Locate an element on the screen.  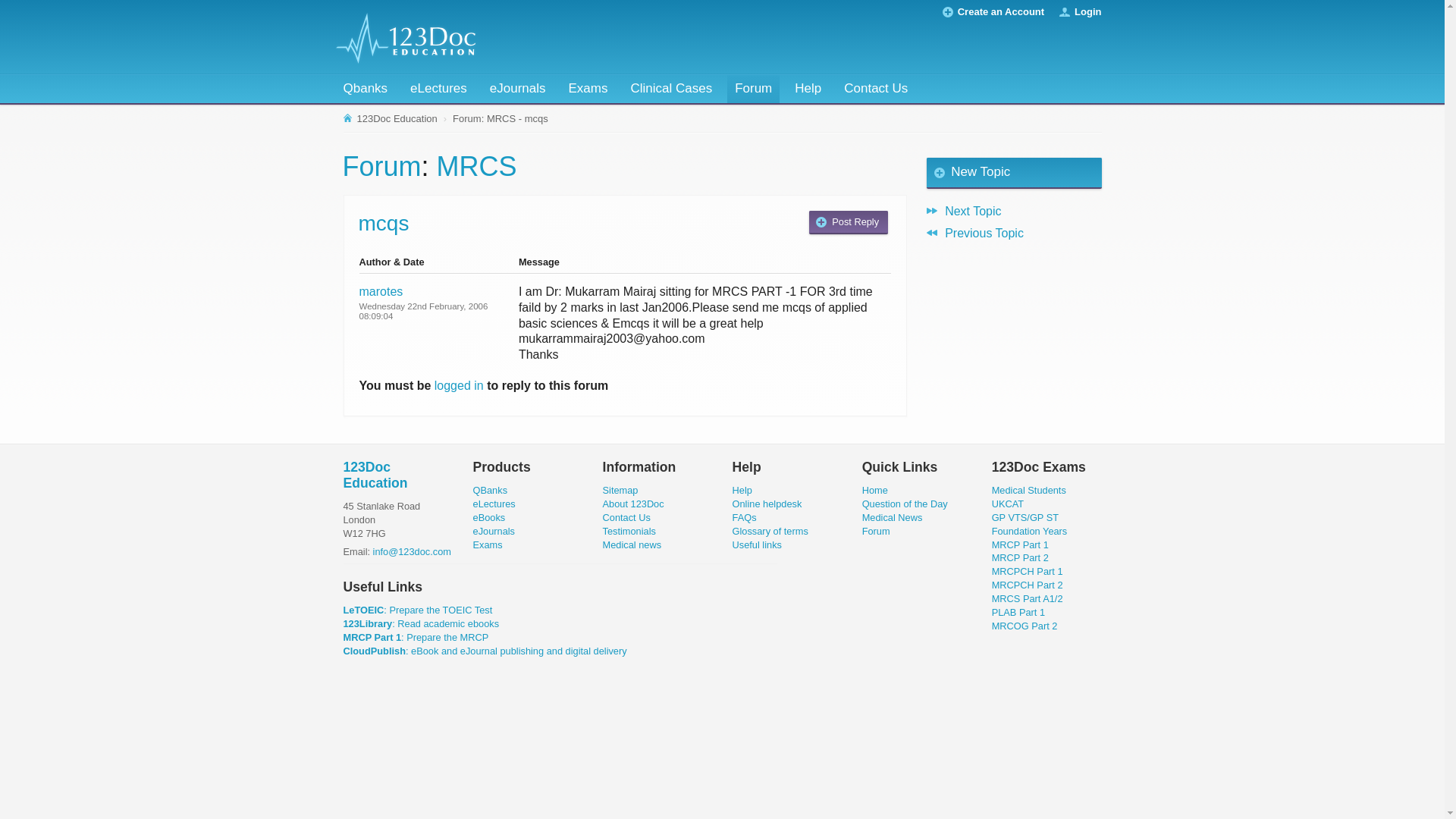
'Testimonials' is located at coordinates (629, 530).